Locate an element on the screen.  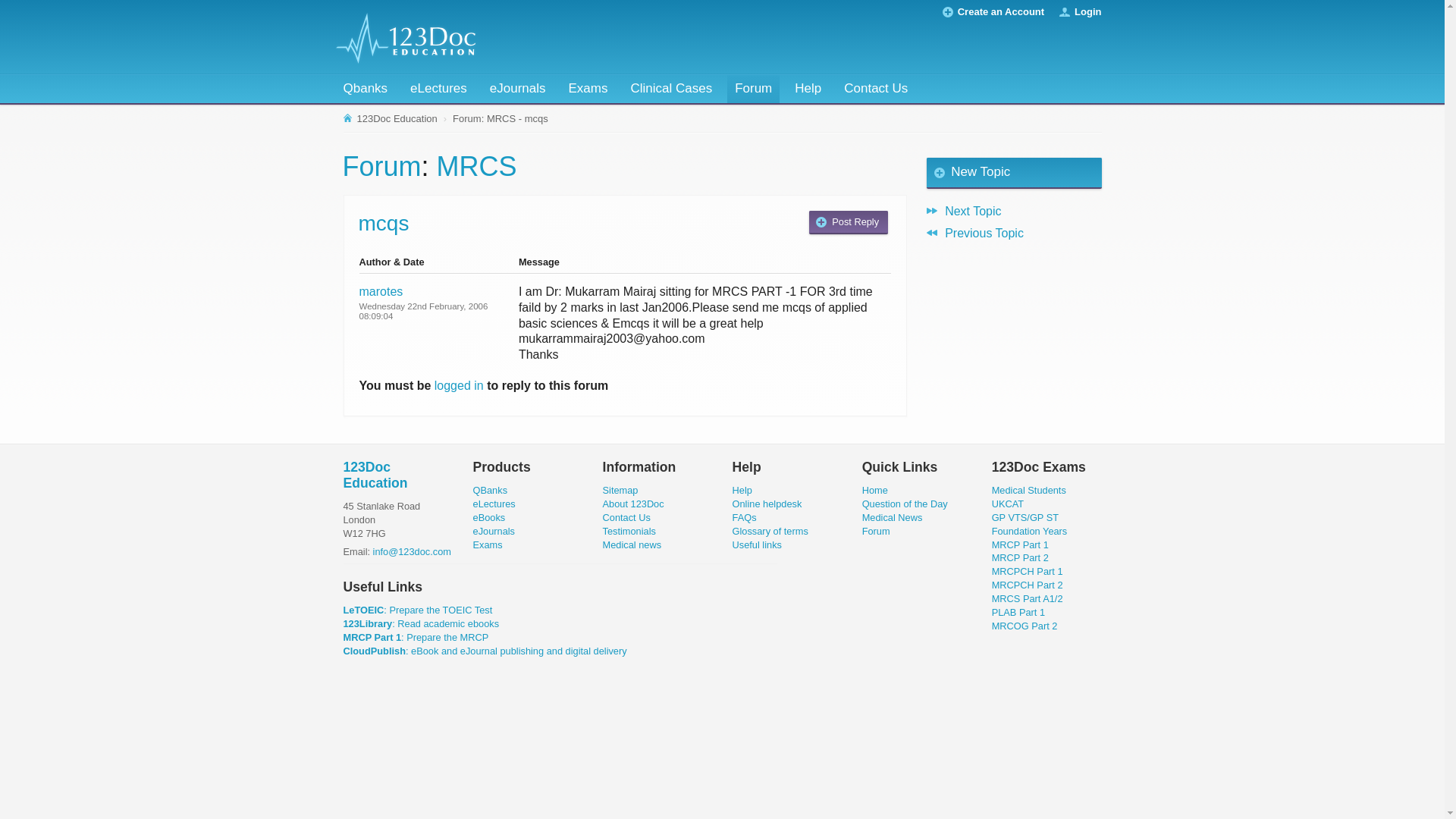
'Testimonials' is located at coordinates (629, 530).